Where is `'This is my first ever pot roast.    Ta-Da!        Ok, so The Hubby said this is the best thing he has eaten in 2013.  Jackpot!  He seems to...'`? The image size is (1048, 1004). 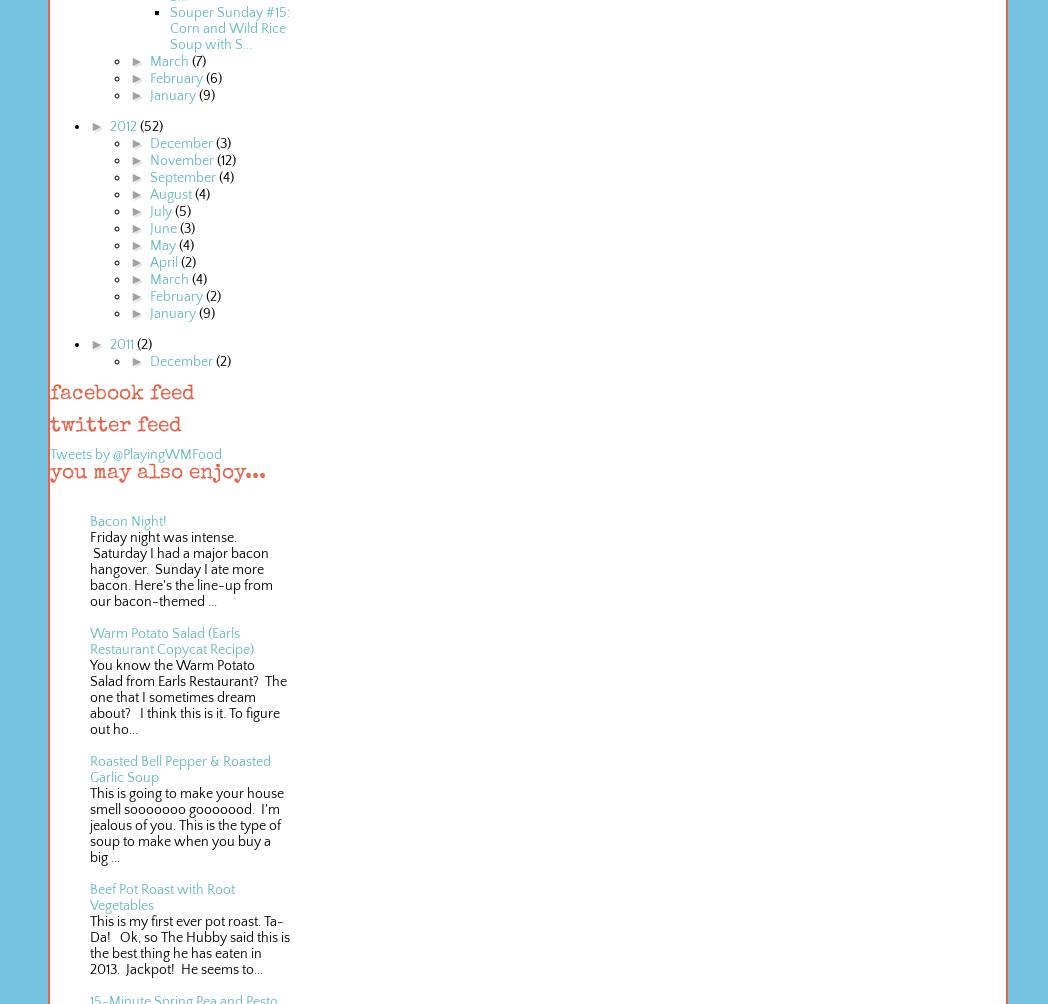 'This is my first ever pot roast.    Ta-Da!        Ok, so The Hubby said this is the best thing he has eaten in 2013.  Jackpot!  He seems to...' is located at coordinates (189, 944).